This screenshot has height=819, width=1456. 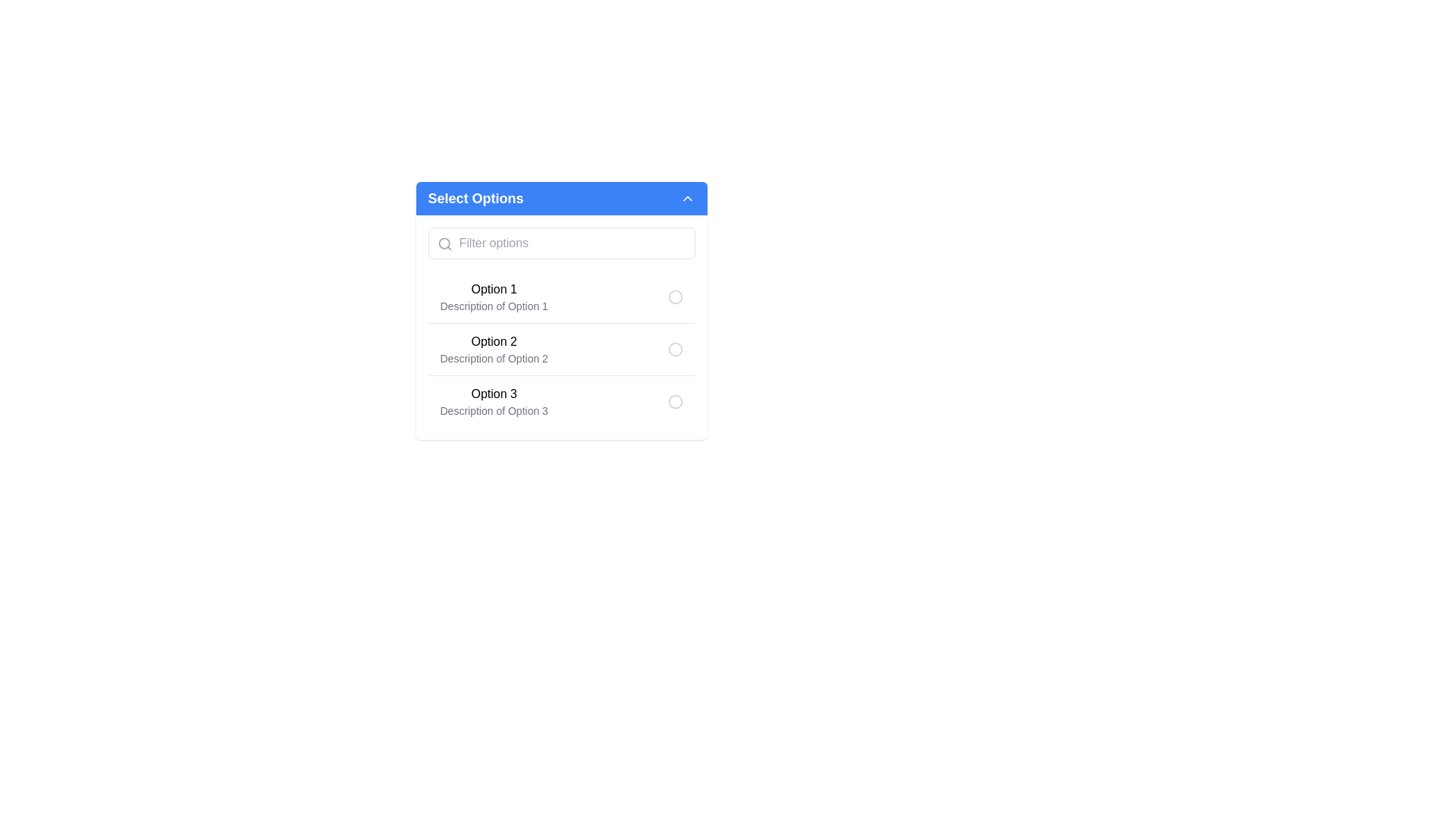 I want to click on text label for the third selectable option in the 'Select Options' dropdown, which serves as the main identifier for that option, so click(x=494, y=394).